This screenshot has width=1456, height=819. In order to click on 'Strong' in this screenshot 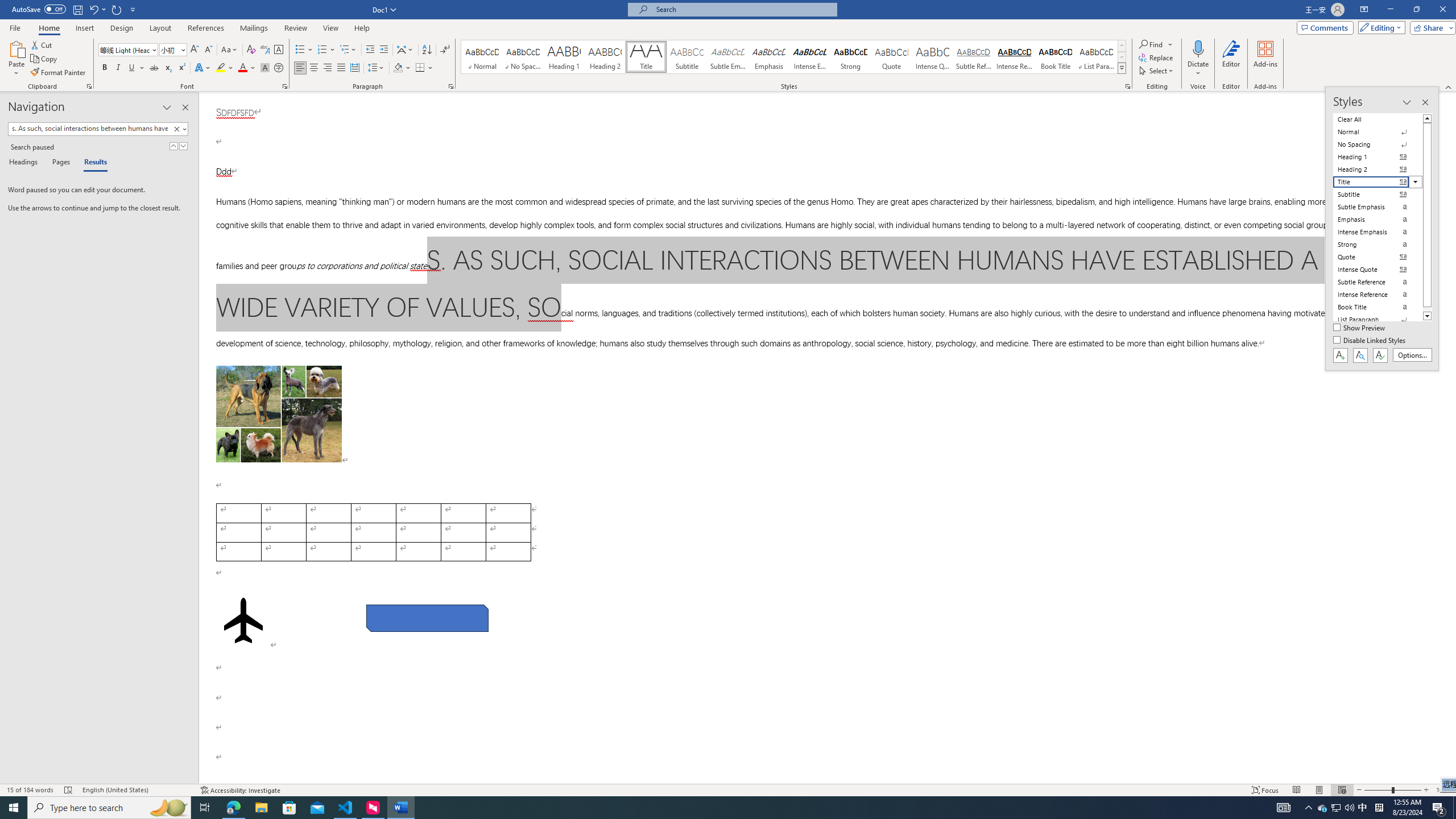, I will do `click(850, 56)`.